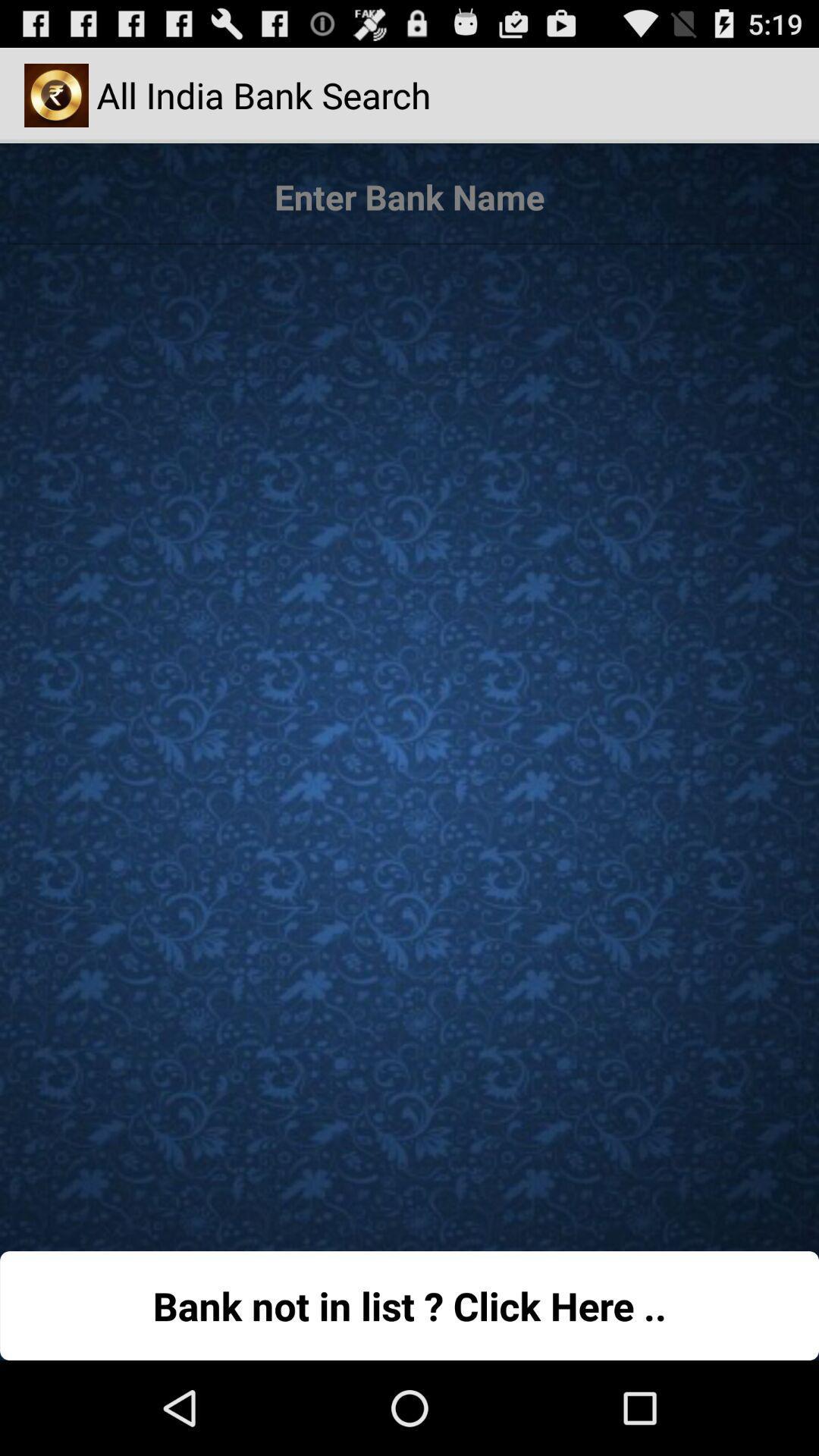 This screenshot has height=1456, width=819. What do you see at coordinates (409, 1305) in the screenshot?
I see `bank not in item` at bounding box center [409, 1305].